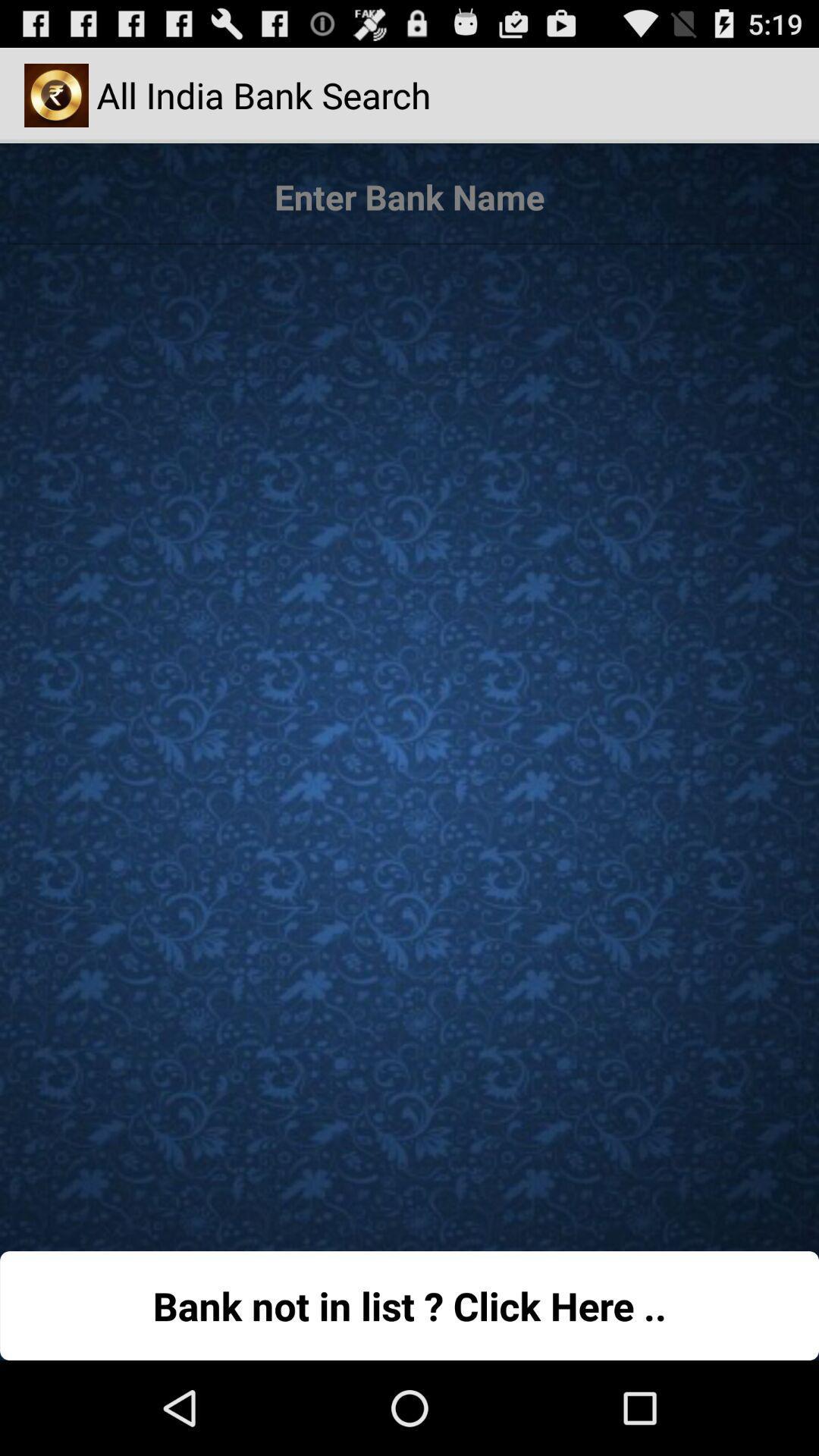 This screenshot has height=1456, width=819. What do you see at coordinates (409, 1305) in the screenshot?
I see `bank not in item` at bounding box center [409, 1305].